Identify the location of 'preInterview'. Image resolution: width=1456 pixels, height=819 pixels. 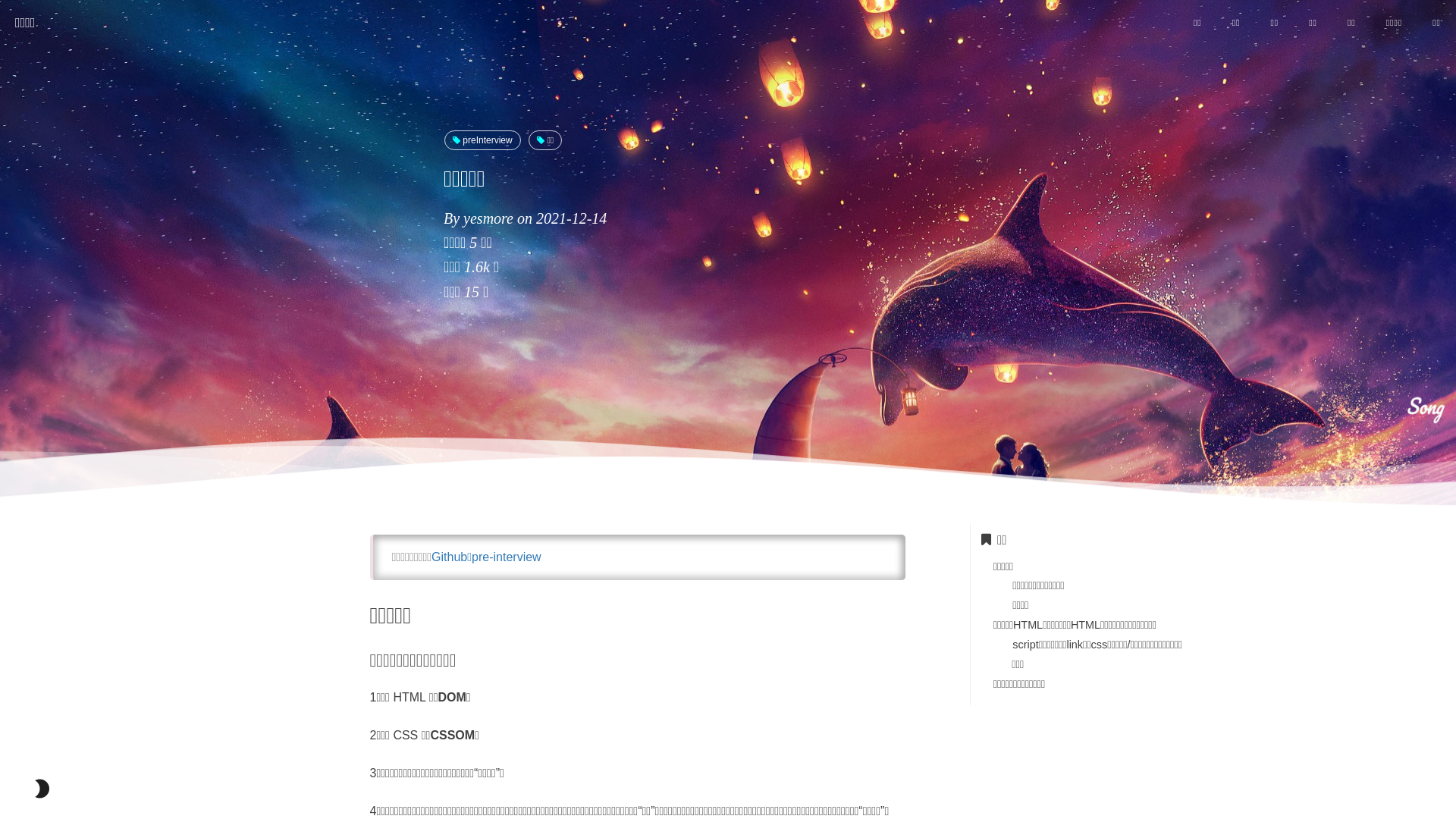
(482, 140).